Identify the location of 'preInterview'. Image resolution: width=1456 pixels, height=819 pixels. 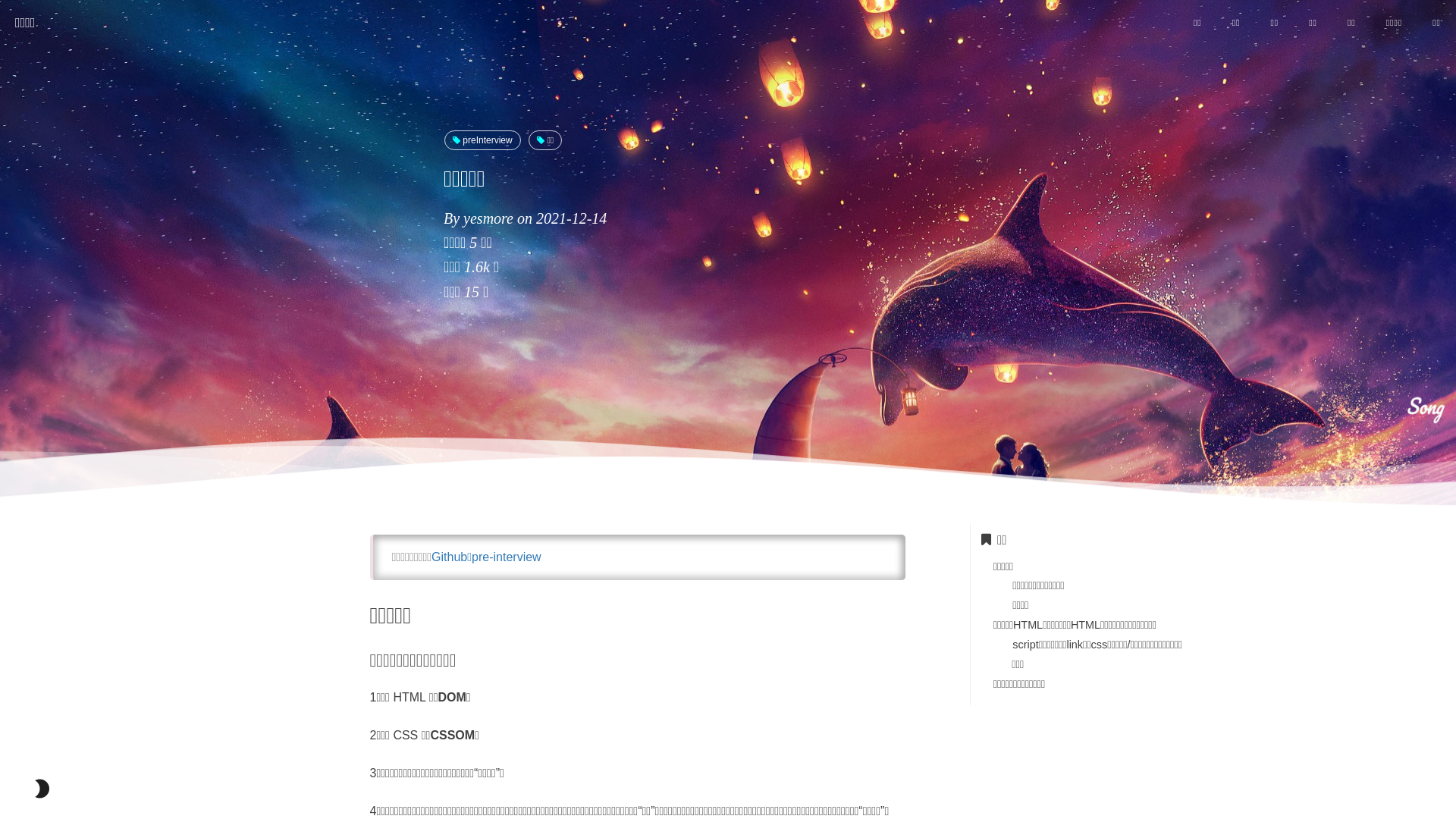
(482, 140).